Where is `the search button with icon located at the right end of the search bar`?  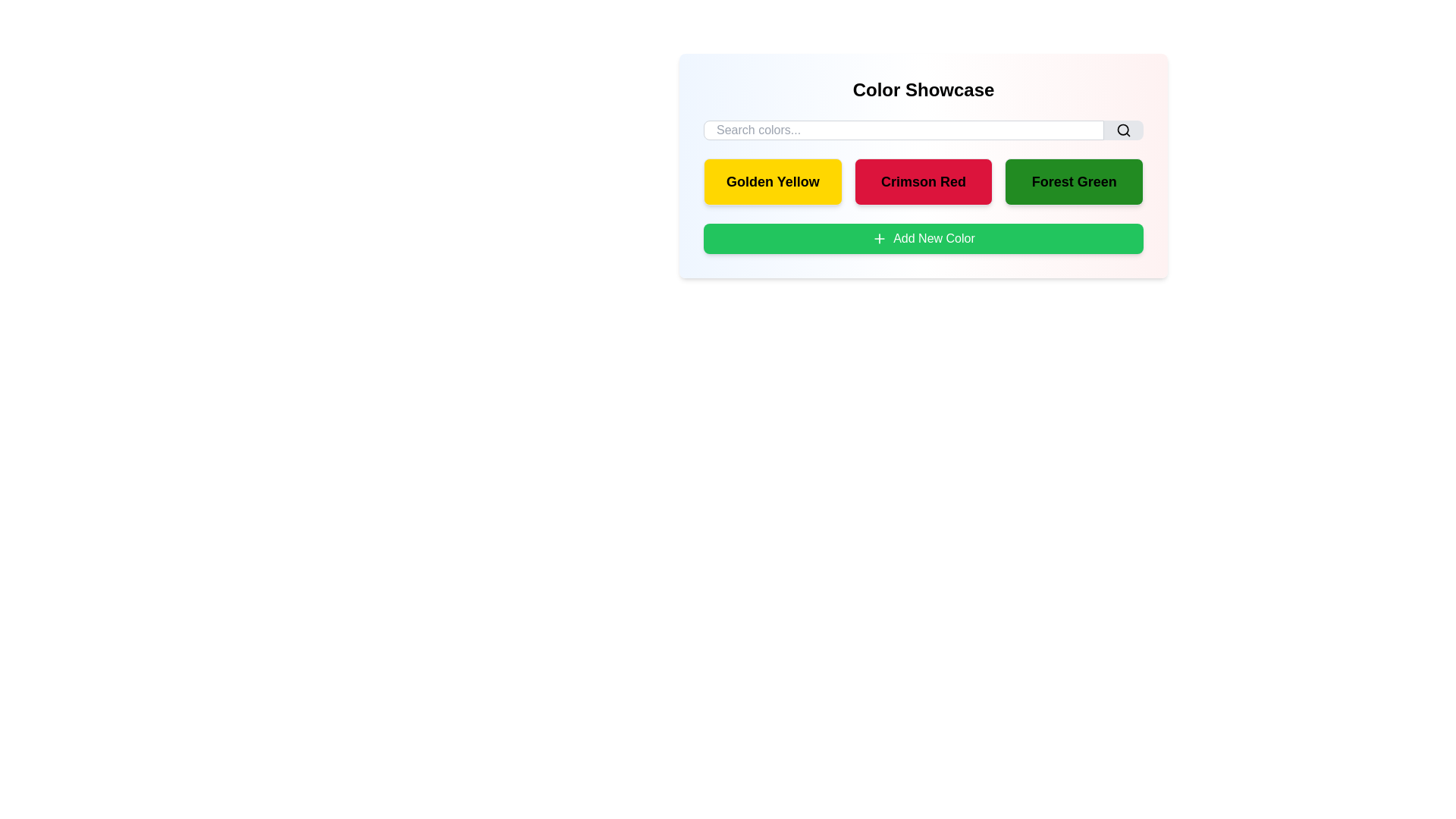
the search button with icon located at the right end of the search bar is located at coordinates (1124, 130).